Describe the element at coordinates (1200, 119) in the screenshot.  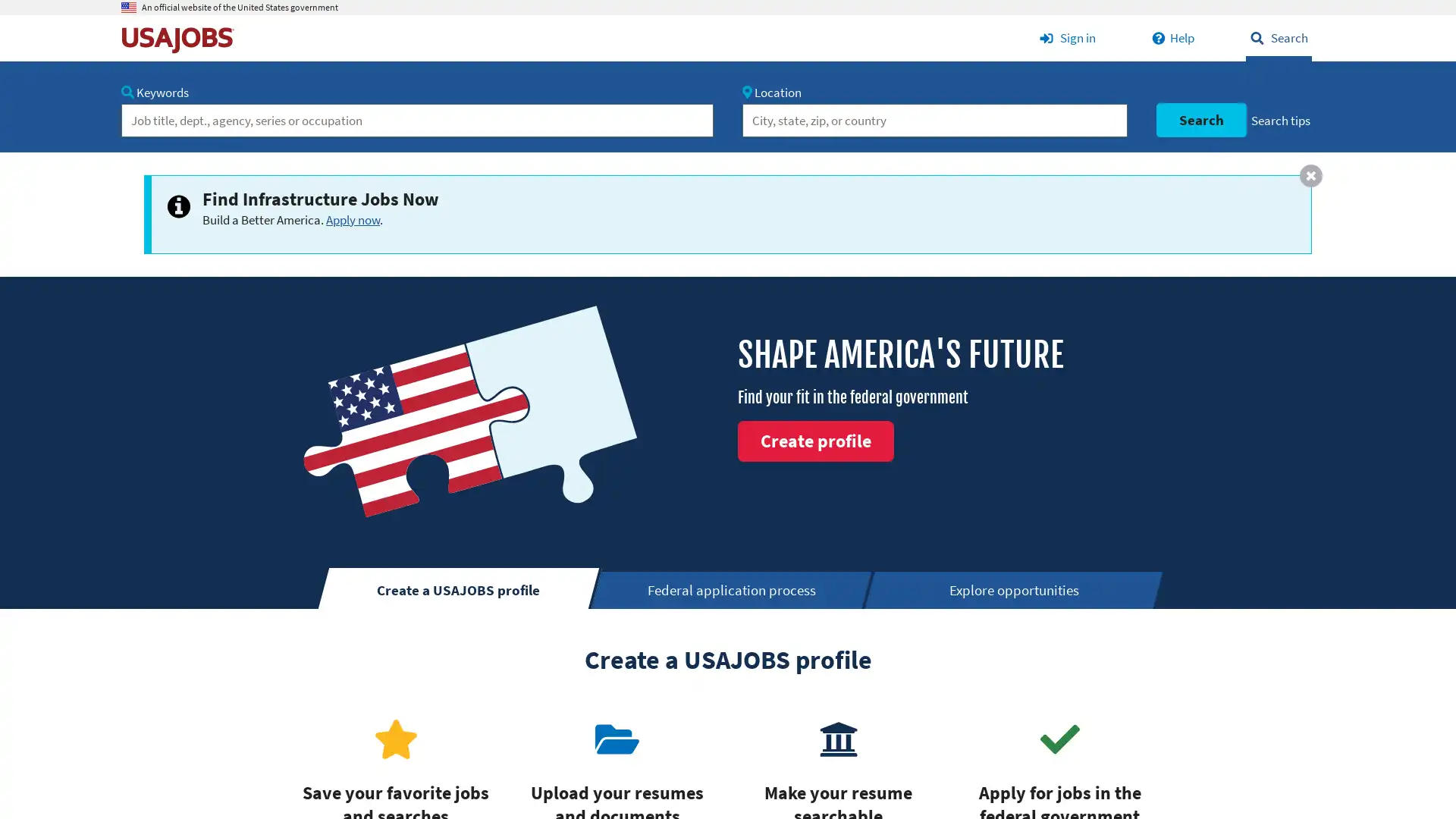
I see `Search` at that location.